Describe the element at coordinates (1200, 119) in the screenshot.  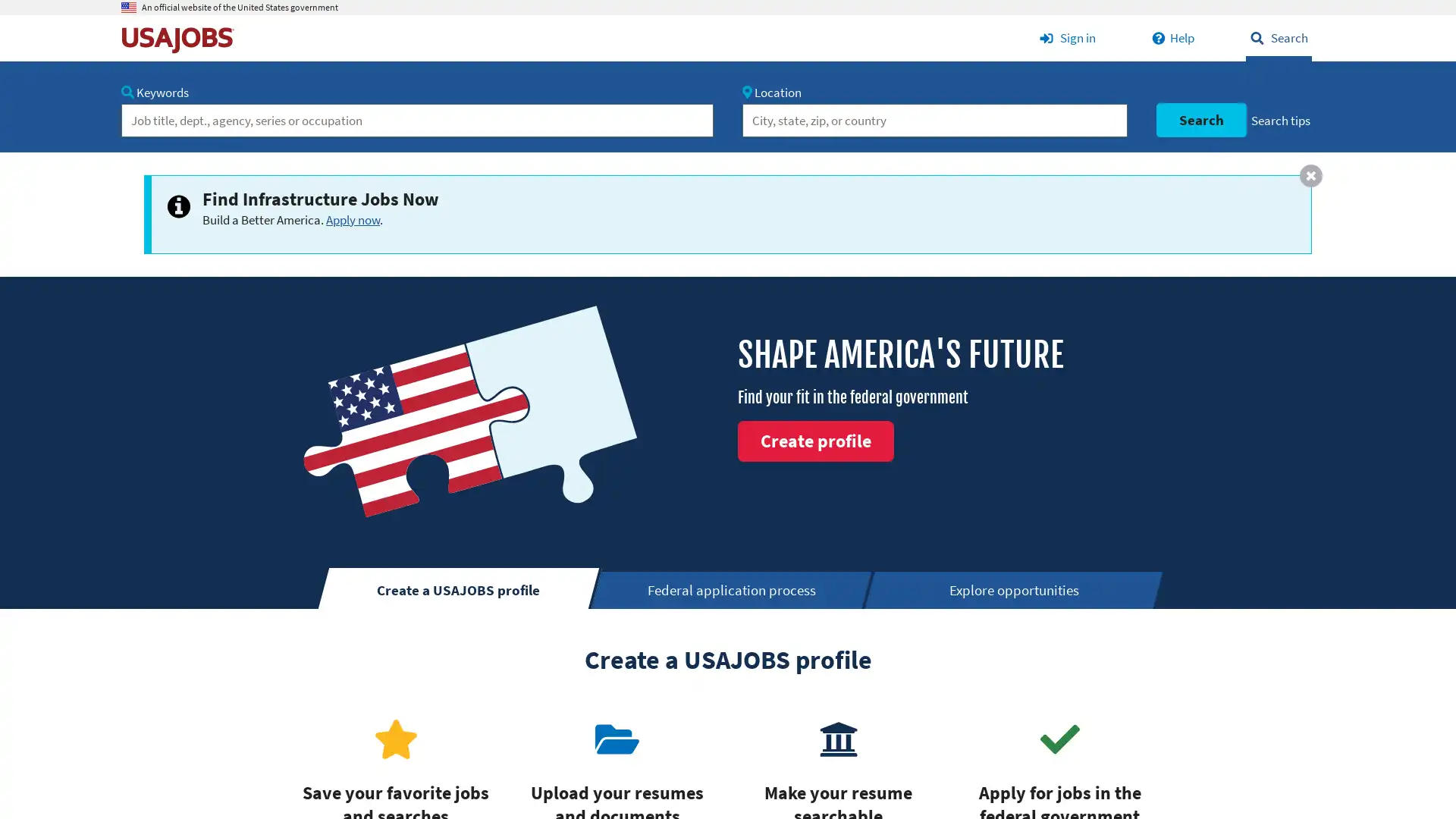
I see `Search` at that location.